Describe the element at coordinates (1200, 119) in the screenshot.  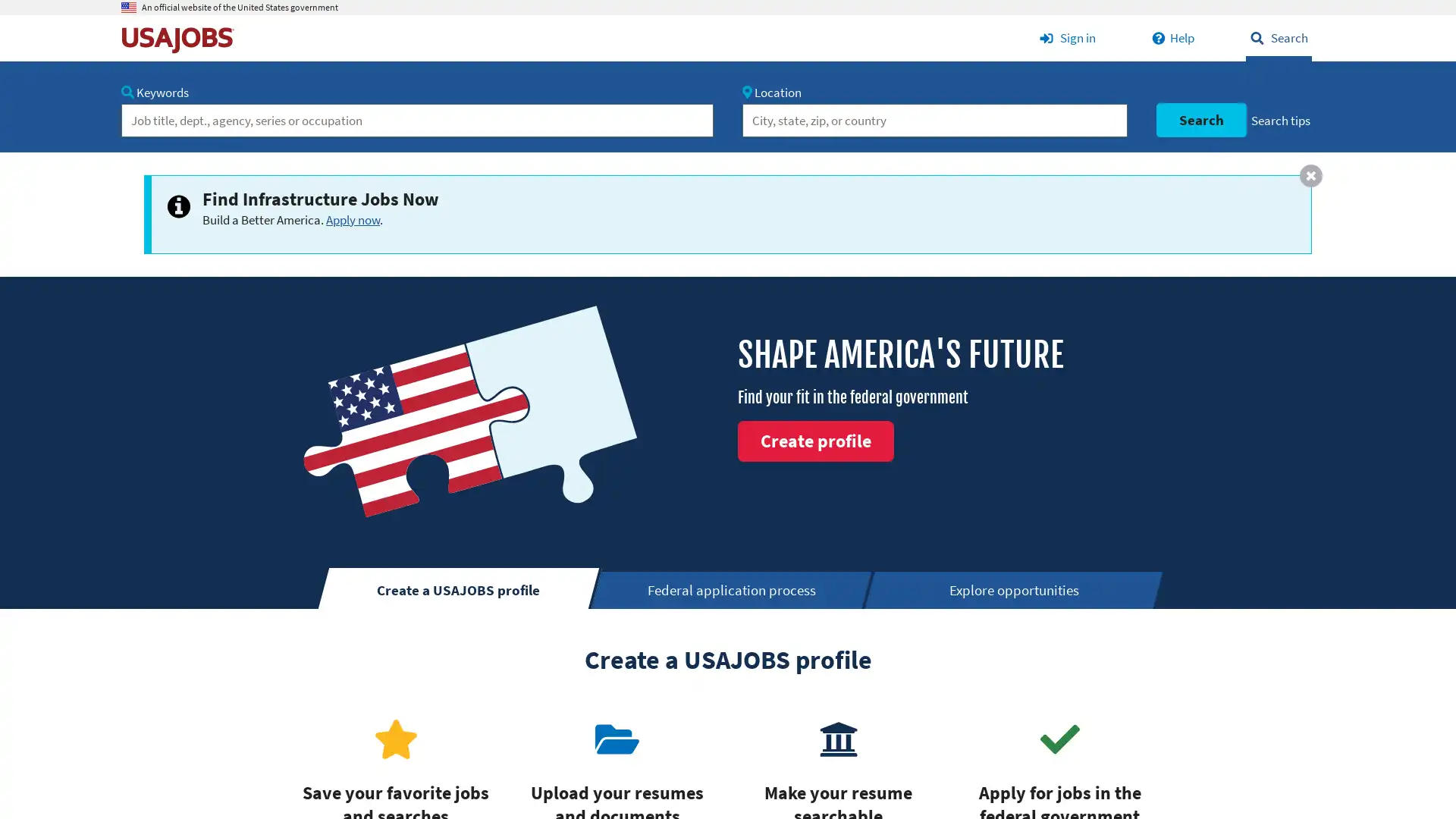
I see `Search` at that location.